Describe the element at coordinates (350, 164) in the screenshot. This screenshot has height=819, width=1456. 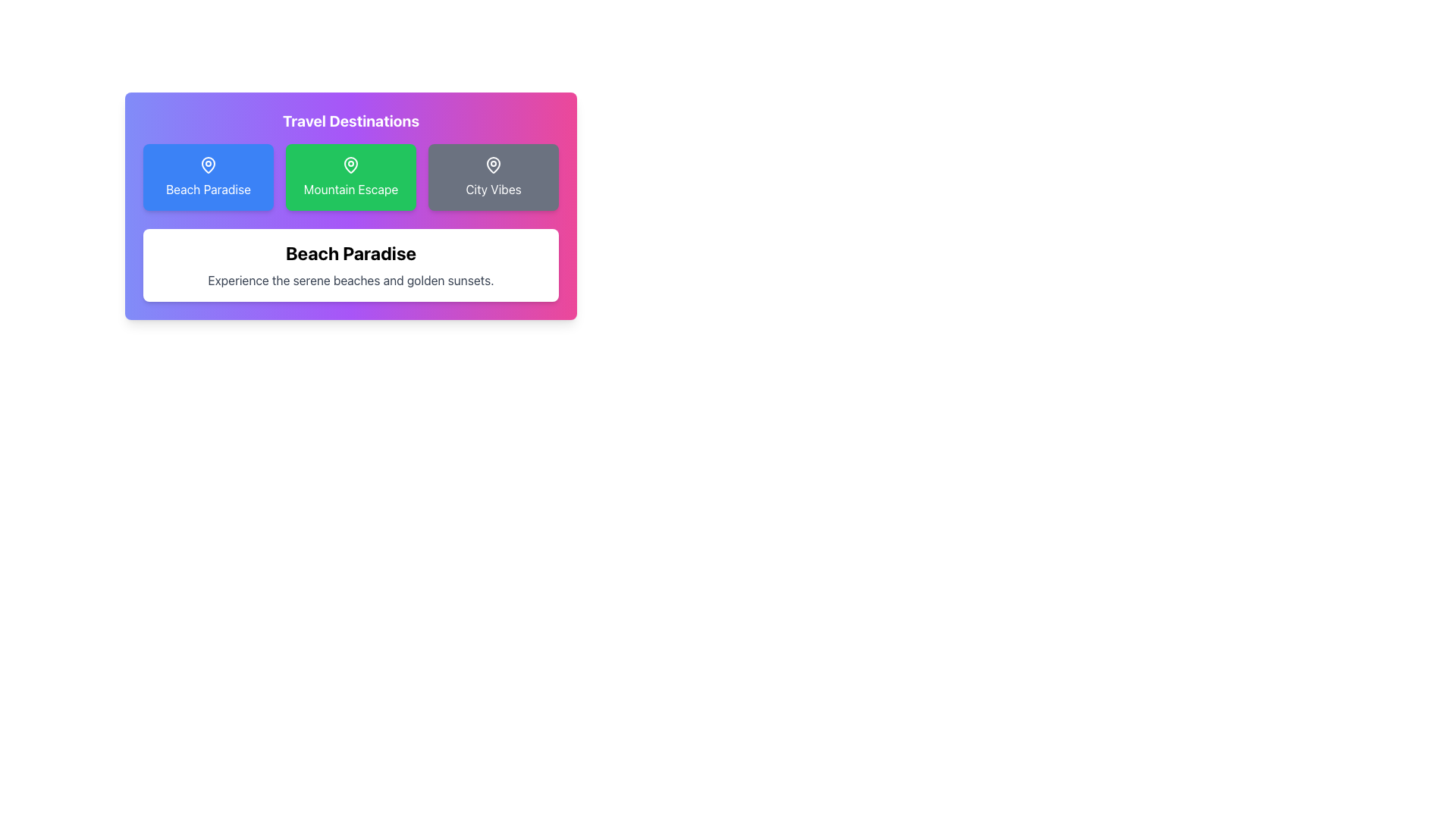
I see `the decorative vector graphic/icon located centrally above the text label within the green card titled 'Mountain Escape'` at that location.